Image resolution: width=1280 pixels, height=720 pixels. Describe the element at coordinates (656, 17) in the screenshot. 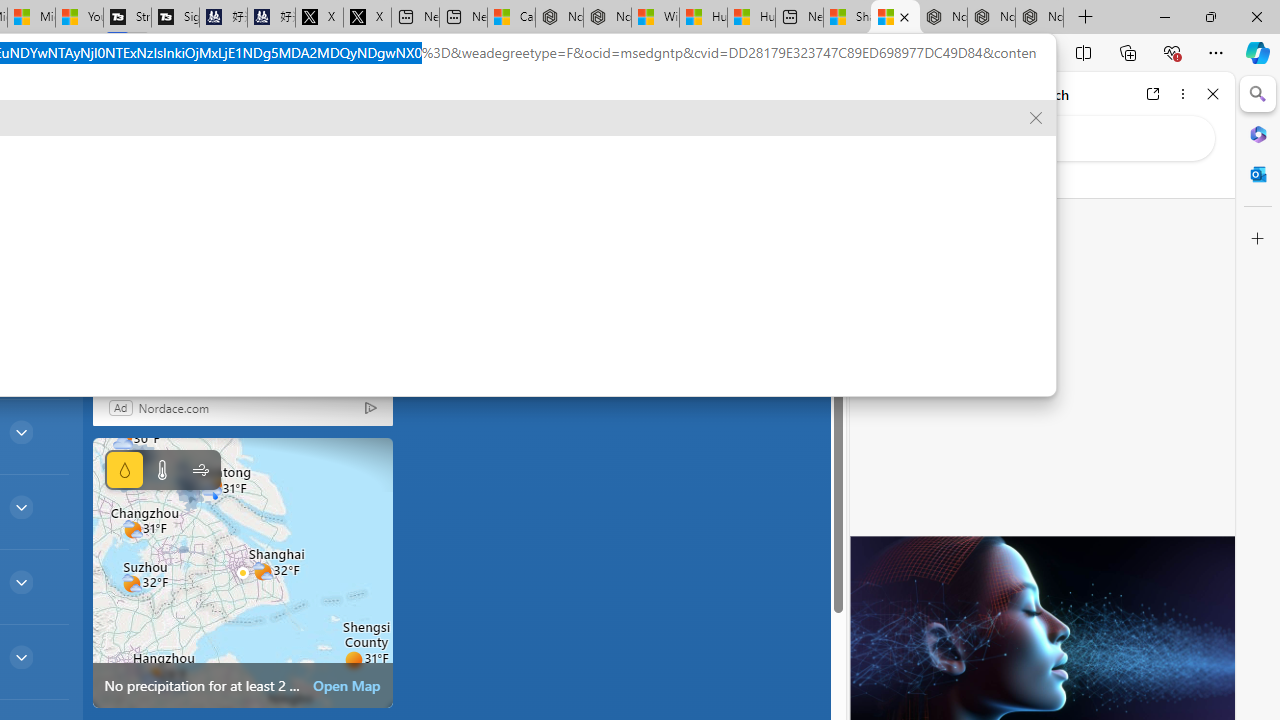

I see `'Wildlife - MSN'` at that location.